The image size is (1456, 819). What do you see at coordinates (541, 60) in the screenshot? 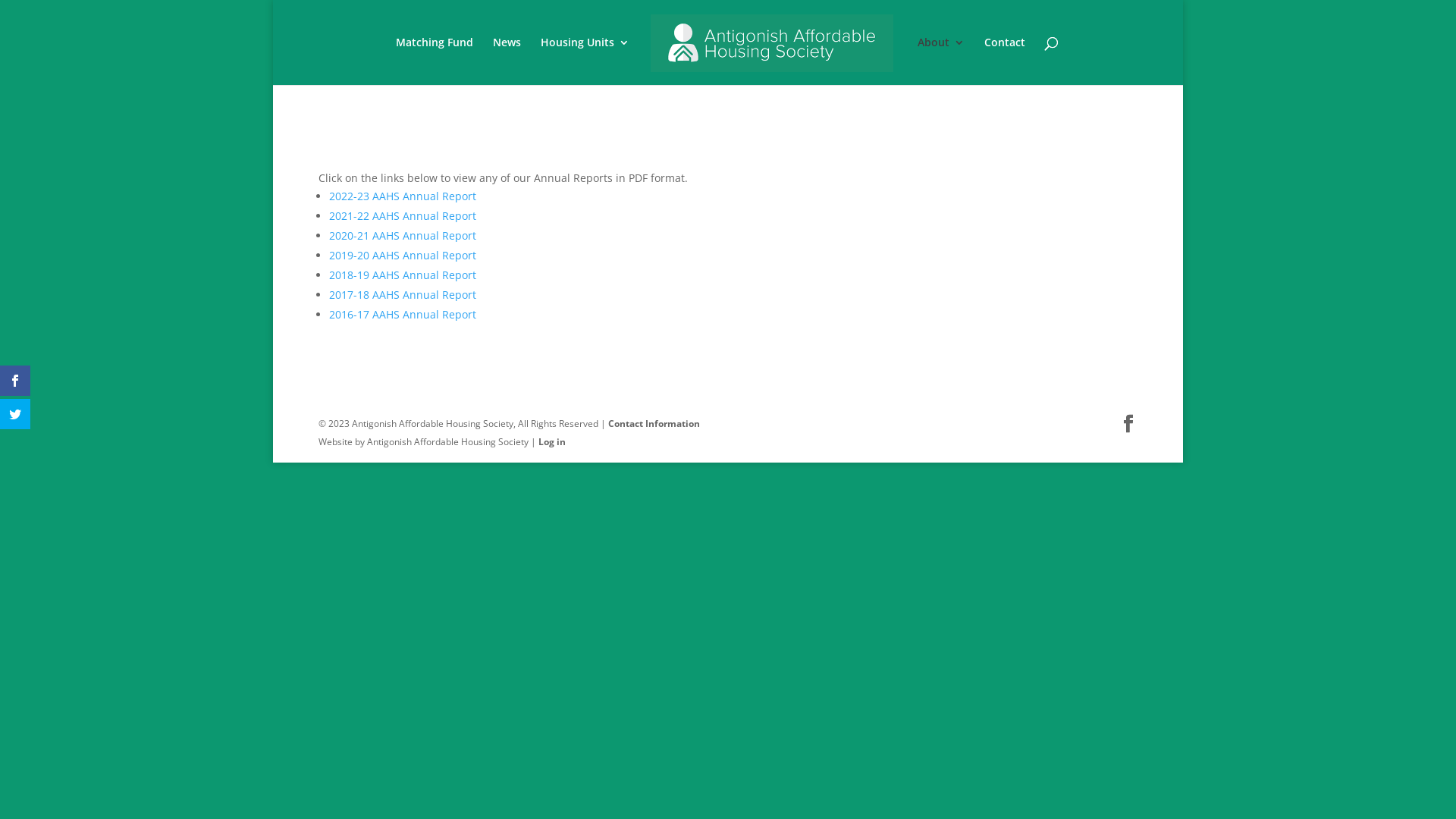
I see `'Housing Units'` at bounding box center [541, 60].